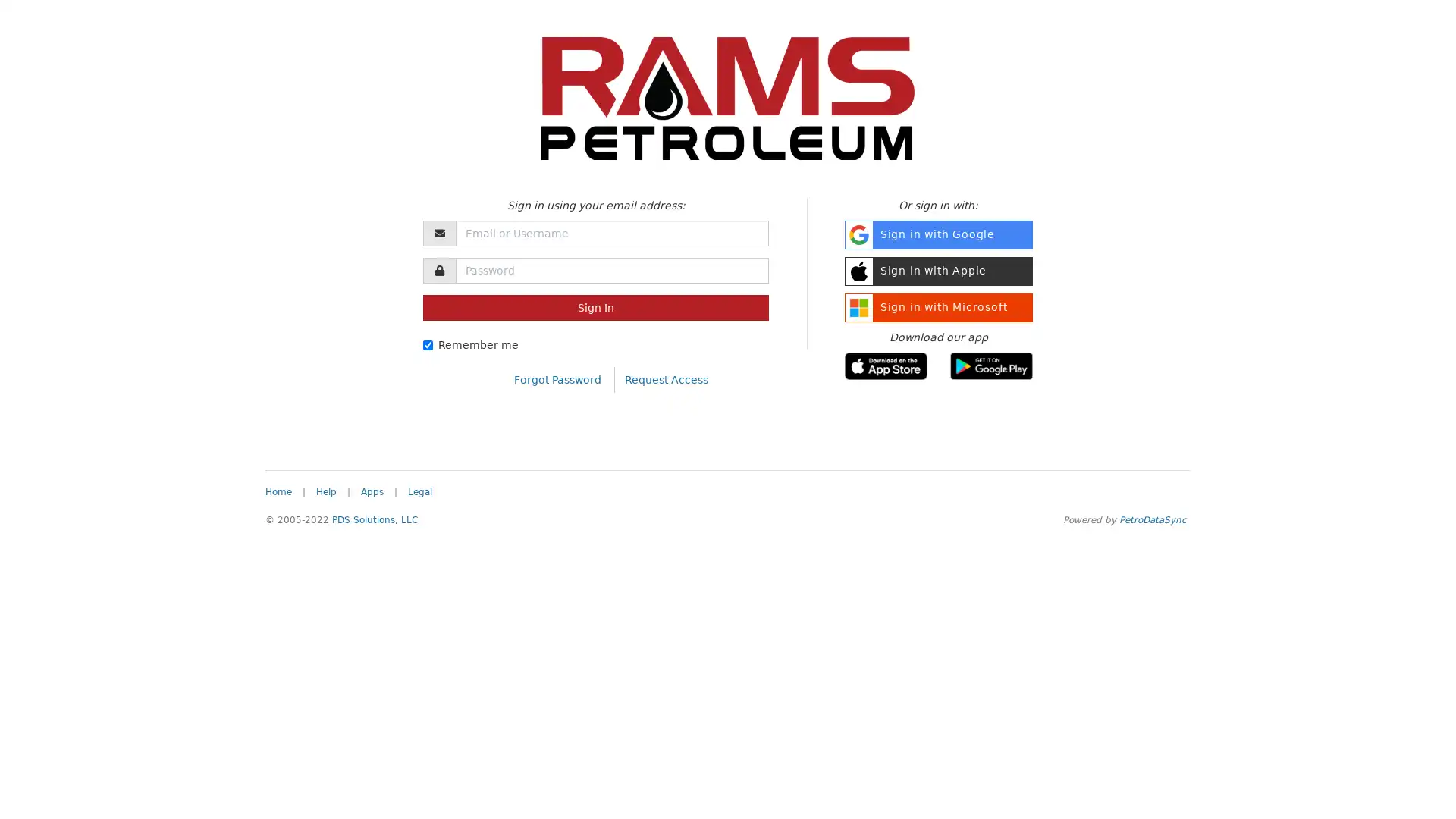 The width and height of the screenshot is (1456, 819). I want to click on Forgot Password, so click(556, 378).